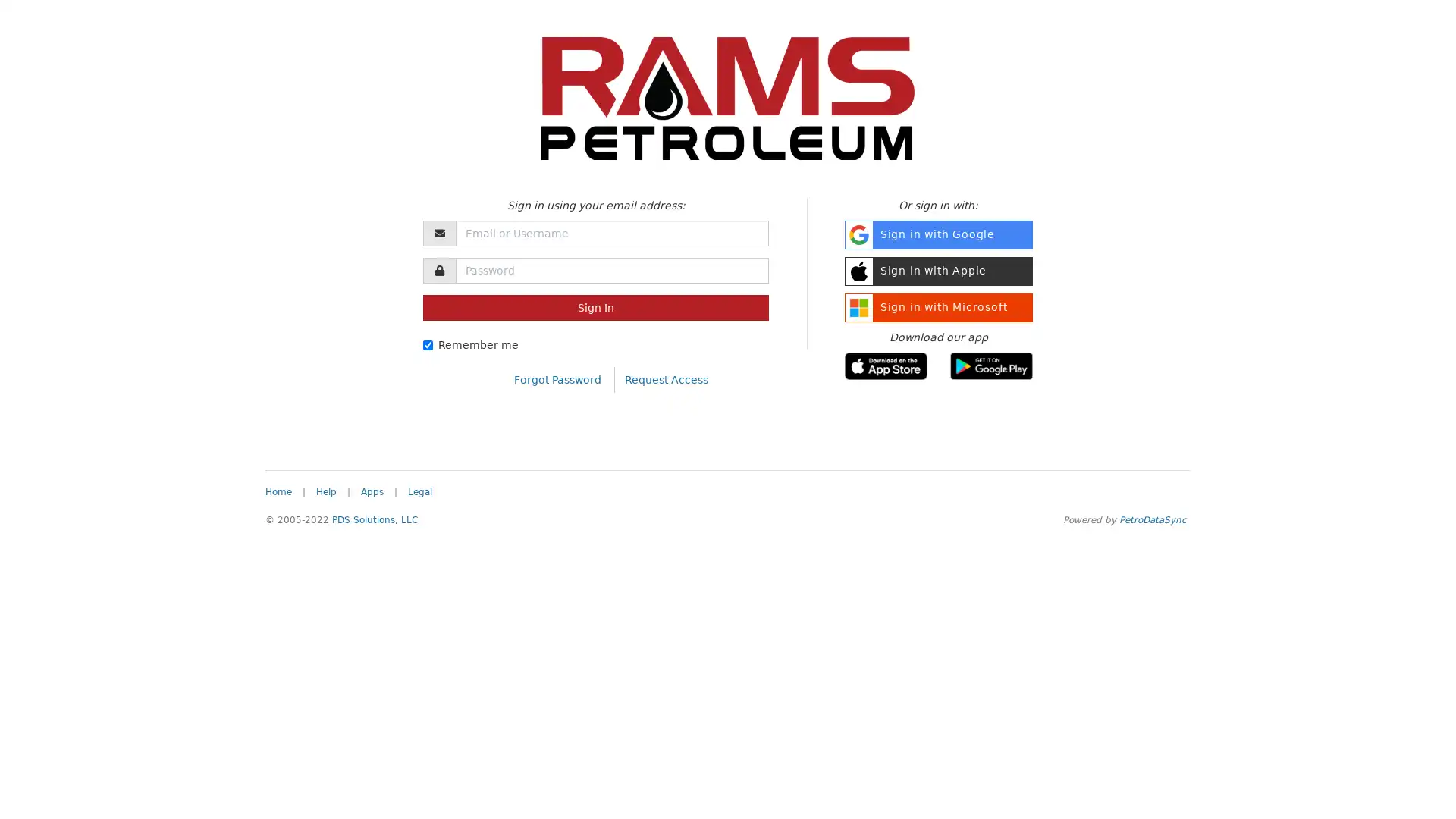 The width and height of the screenshot is (1456, 819). I want to click on Forgot Password, so click(556, 378).